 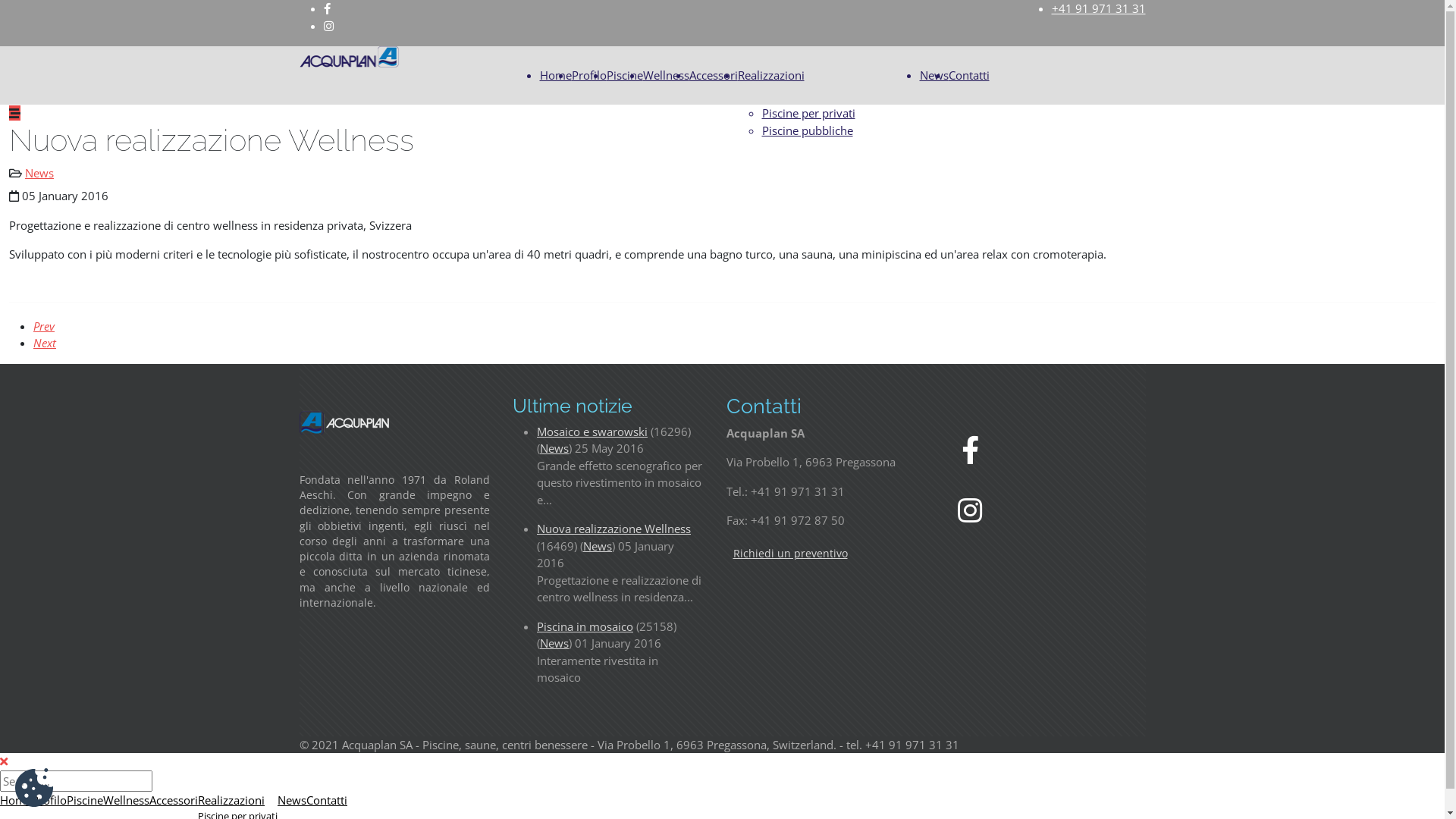 What do you see at coordinates (726, 553) in the screenshot?
I see `'Richiedi un preventivo'` at bounding box center [726, 553].